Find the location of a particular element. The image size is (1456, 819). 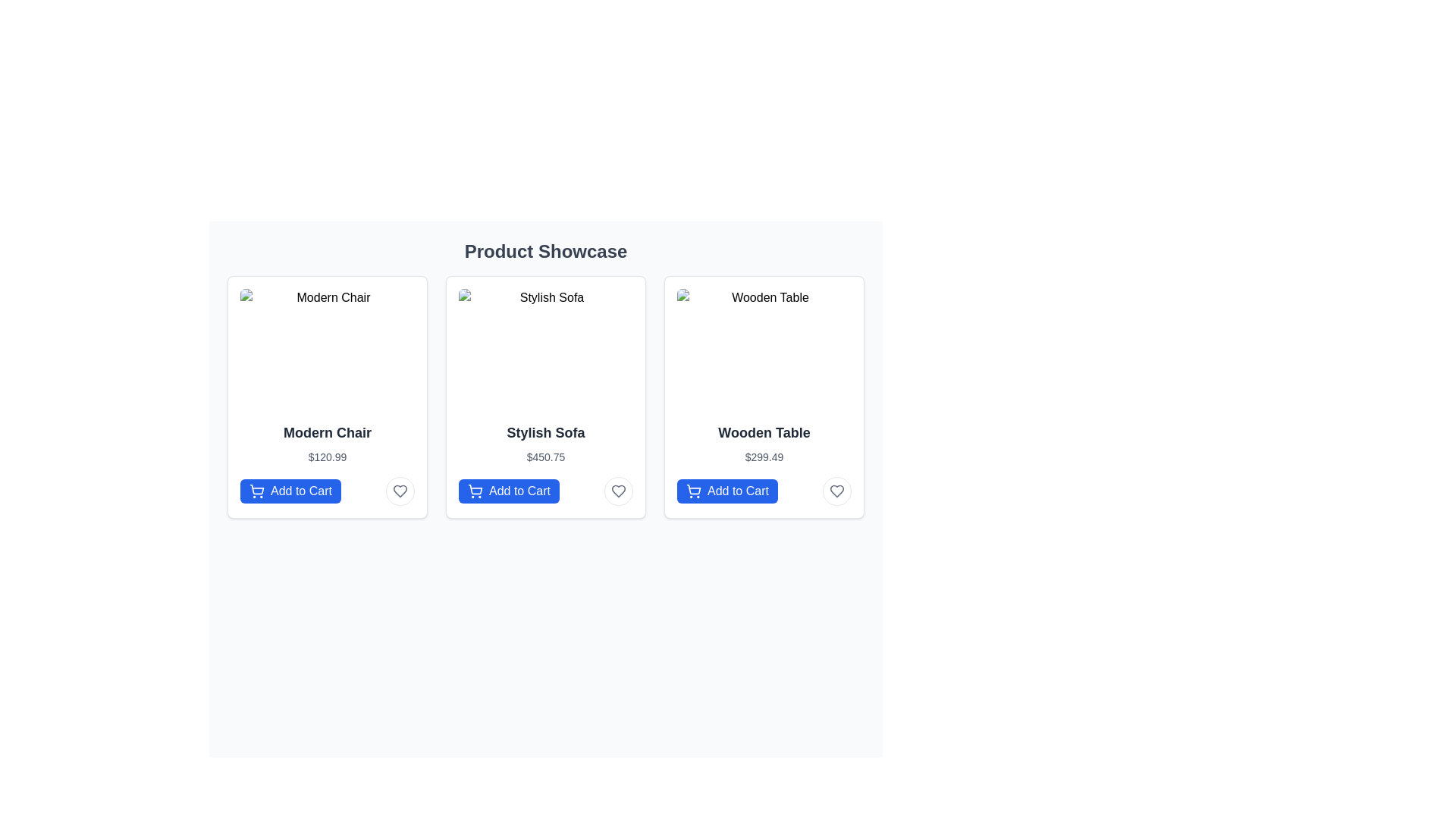

the favorite toggle button located at the bottom right corner of the 'Stylish Sofa' product card is located at coordinates (400, 491).